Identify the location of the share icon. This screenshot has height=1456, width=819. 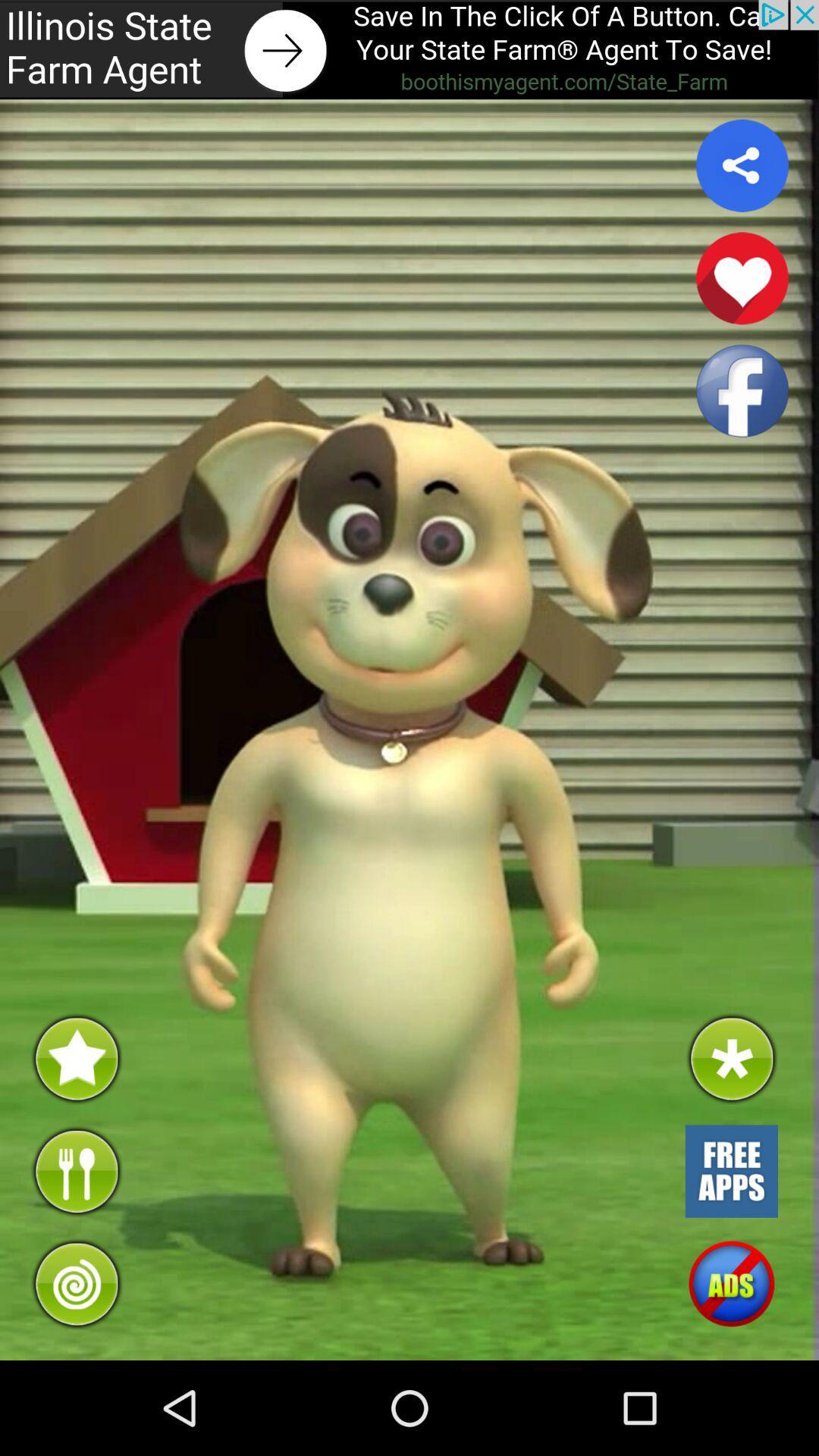
(742, 177).